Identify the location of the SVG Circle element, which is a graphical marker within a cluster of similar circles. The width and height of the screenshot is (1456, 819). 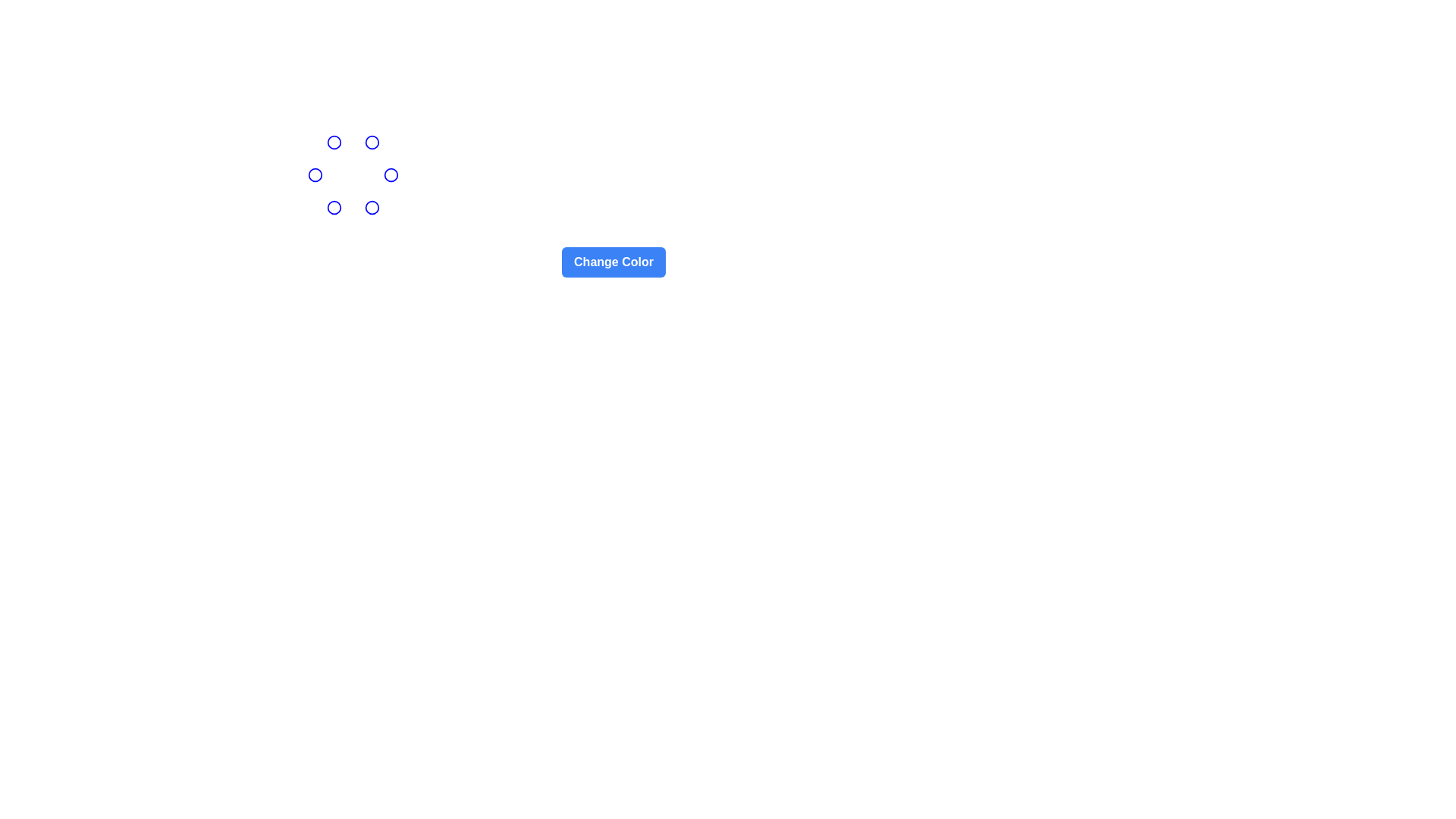
(372, 207).